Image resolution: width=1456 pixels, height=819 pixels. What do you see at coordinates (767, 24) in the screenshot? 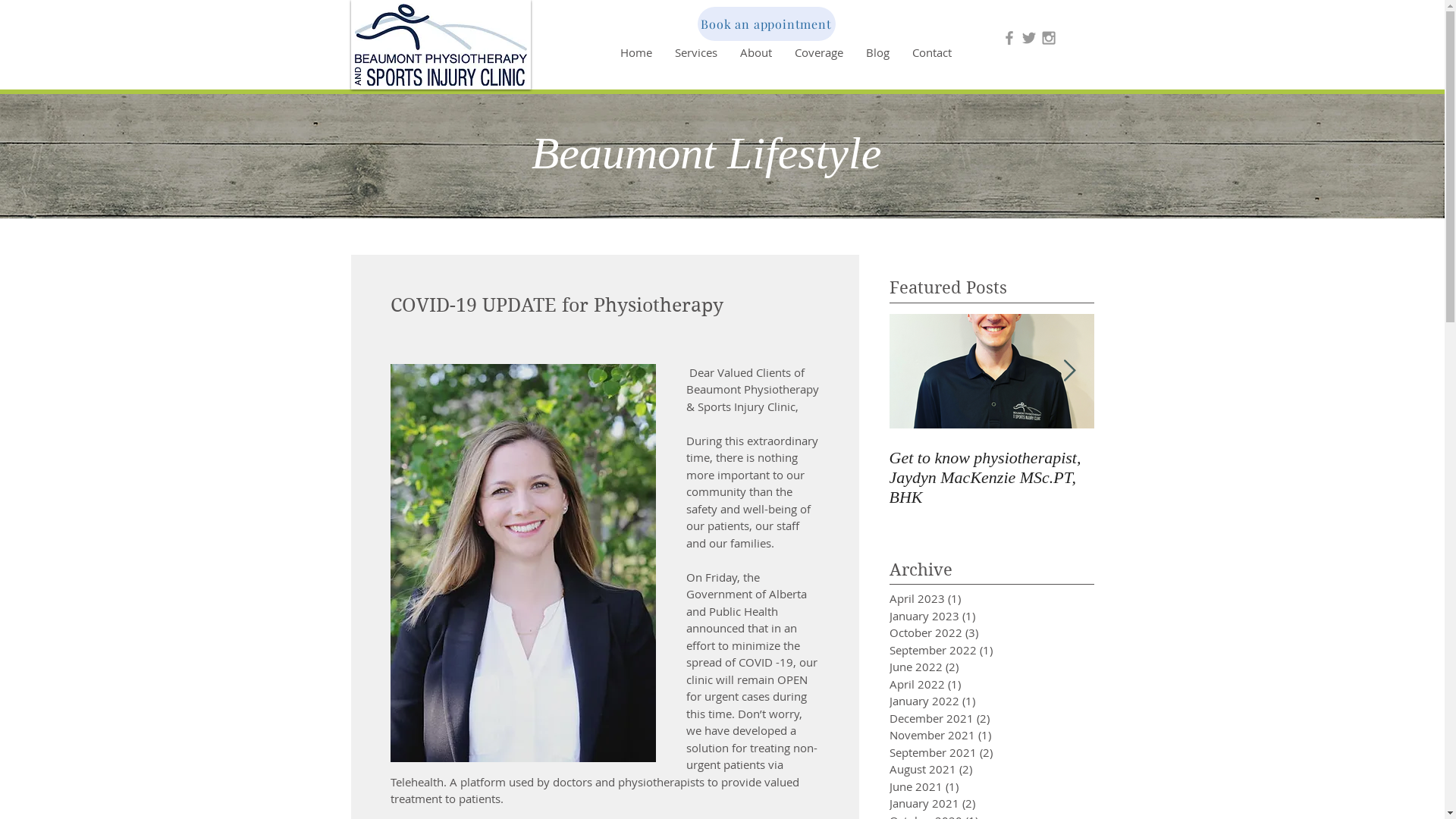
I see `'Book an appointment'` at bounding box center [767, 24].